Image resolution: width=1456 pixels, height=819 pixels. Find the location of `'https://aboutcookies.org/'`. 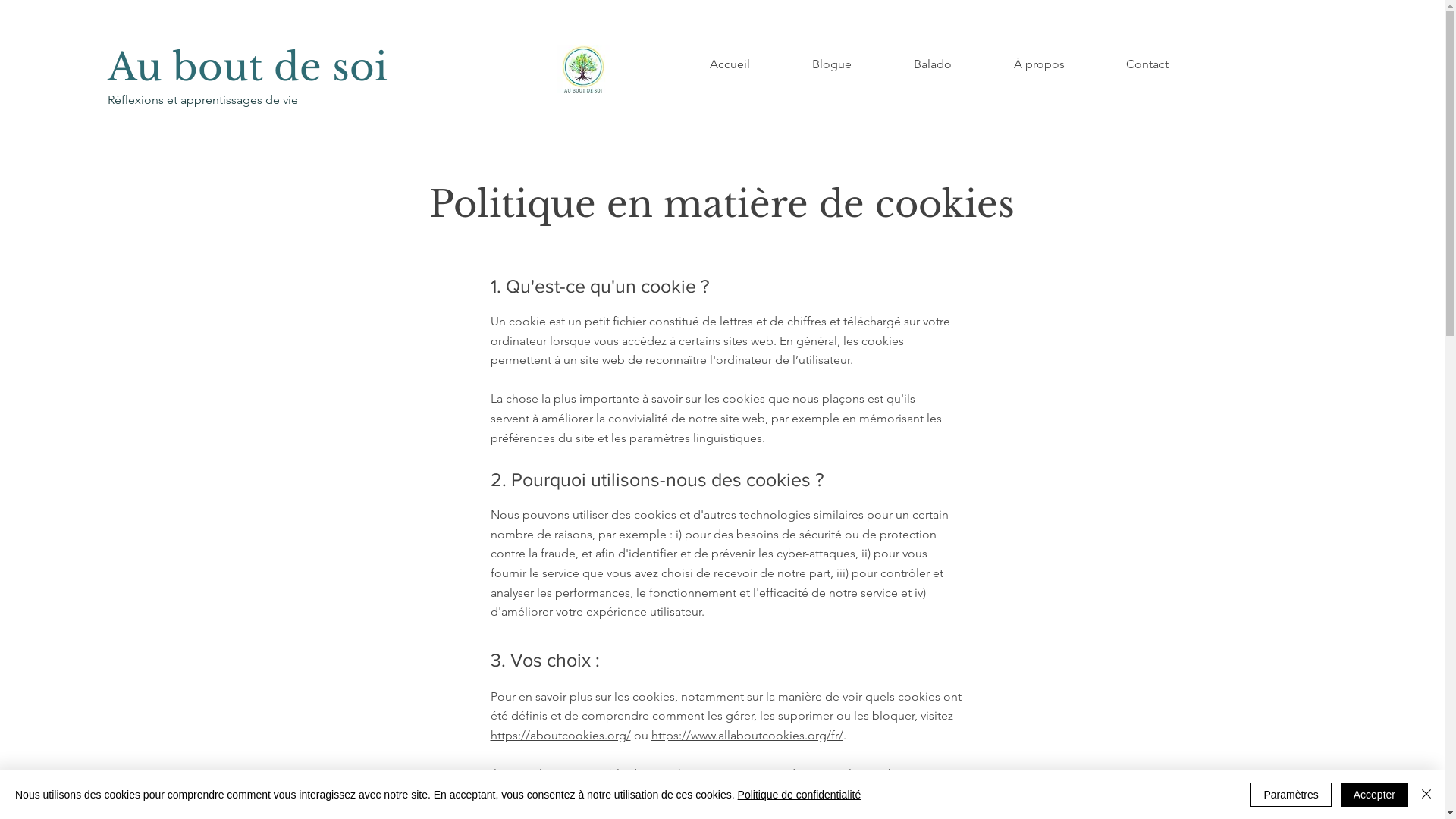

'https://aboutcookies.org/' is located at coordinates (559, 734).